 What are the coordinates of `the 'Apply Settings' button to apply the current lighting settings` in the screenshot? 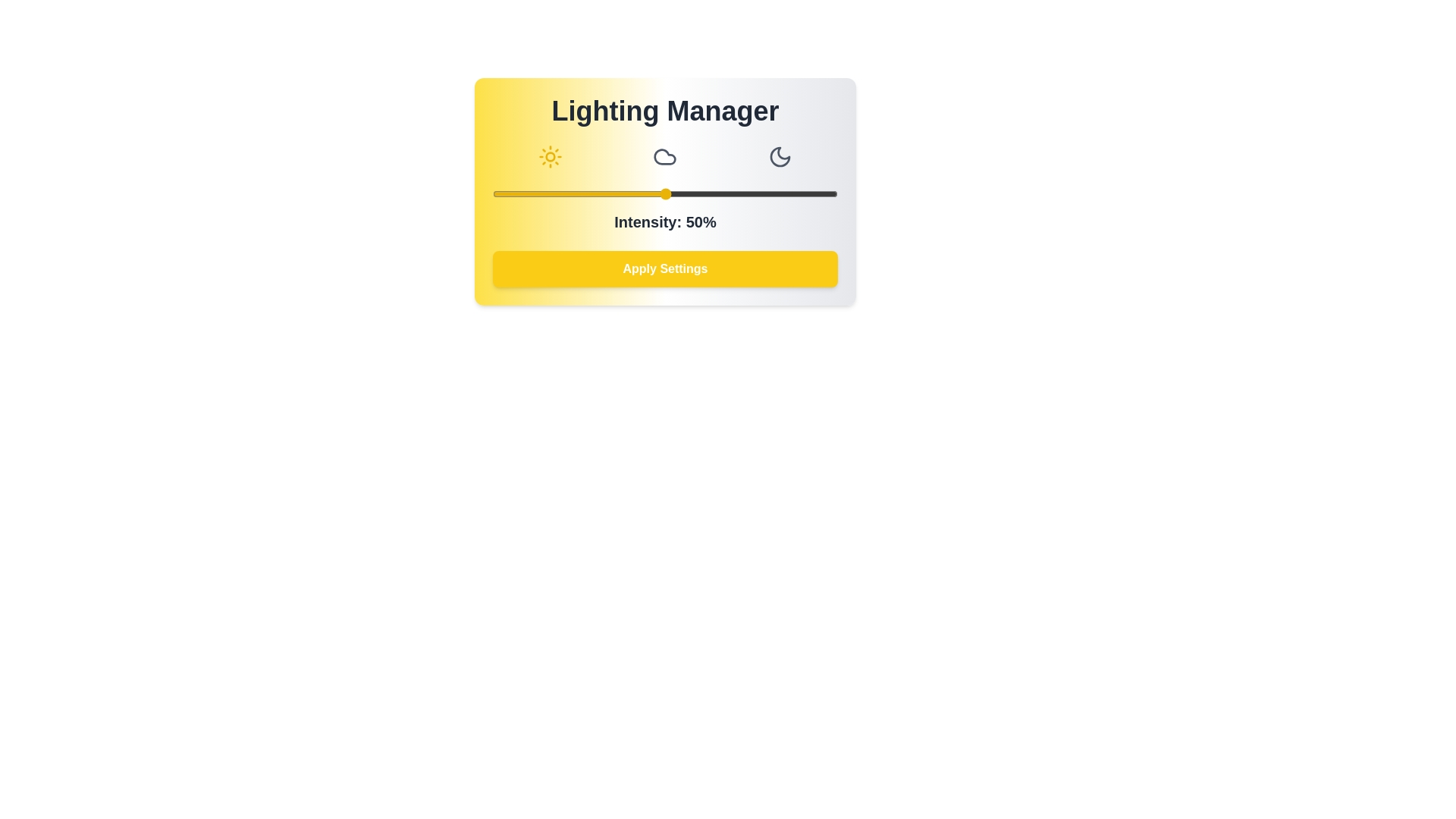 It's located at (665, 268).